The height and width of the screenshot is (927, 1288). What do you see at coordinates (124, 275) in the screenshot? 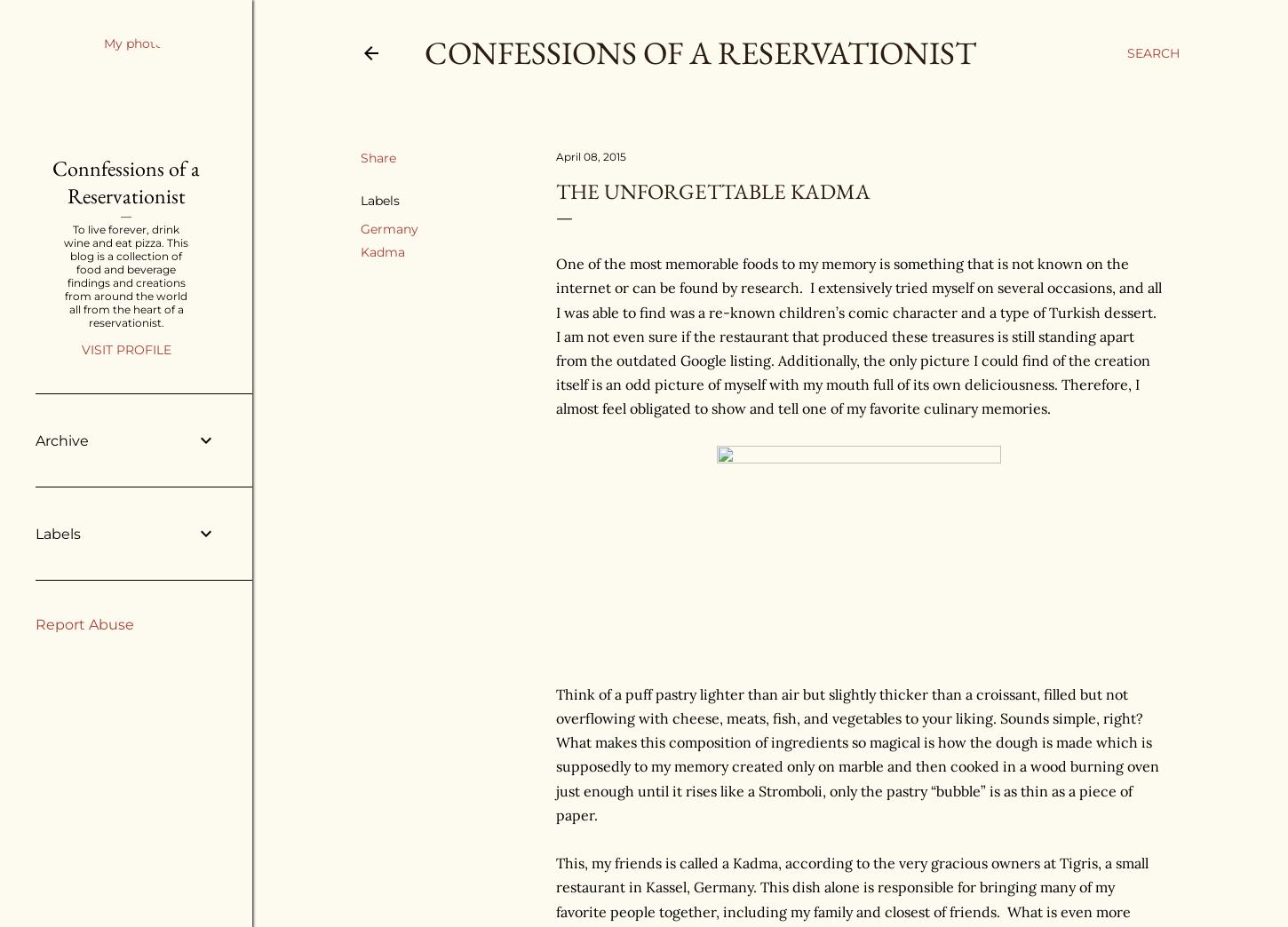
I see `'To live forever, drink wine and eat pizza. This blog is a collection of food and beverage findings and creations from around the world all from the heart of a reservationist.'` at bounding box center [124, 275].